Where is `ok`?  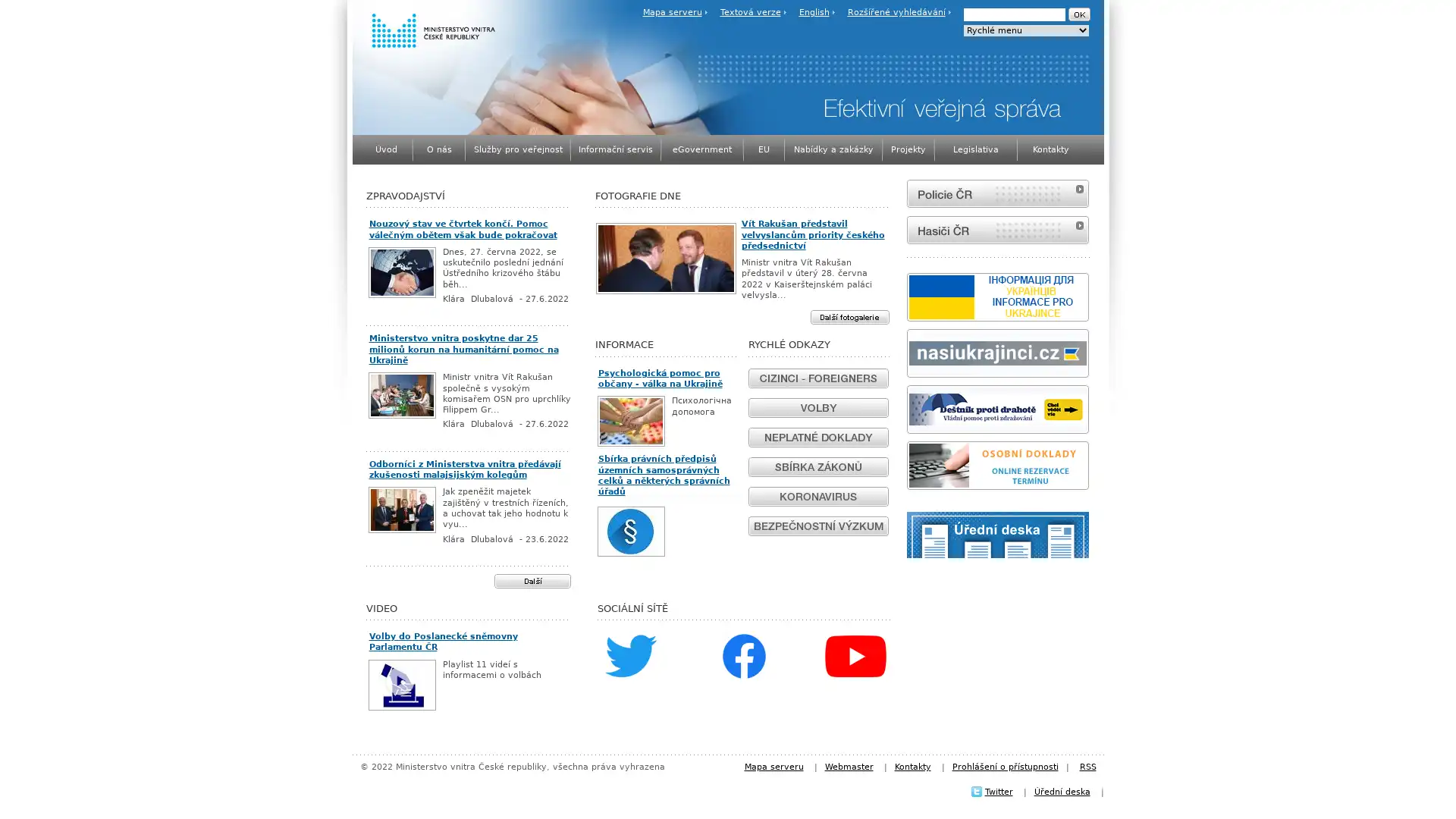 ok is located at coordinates (1078, 14).